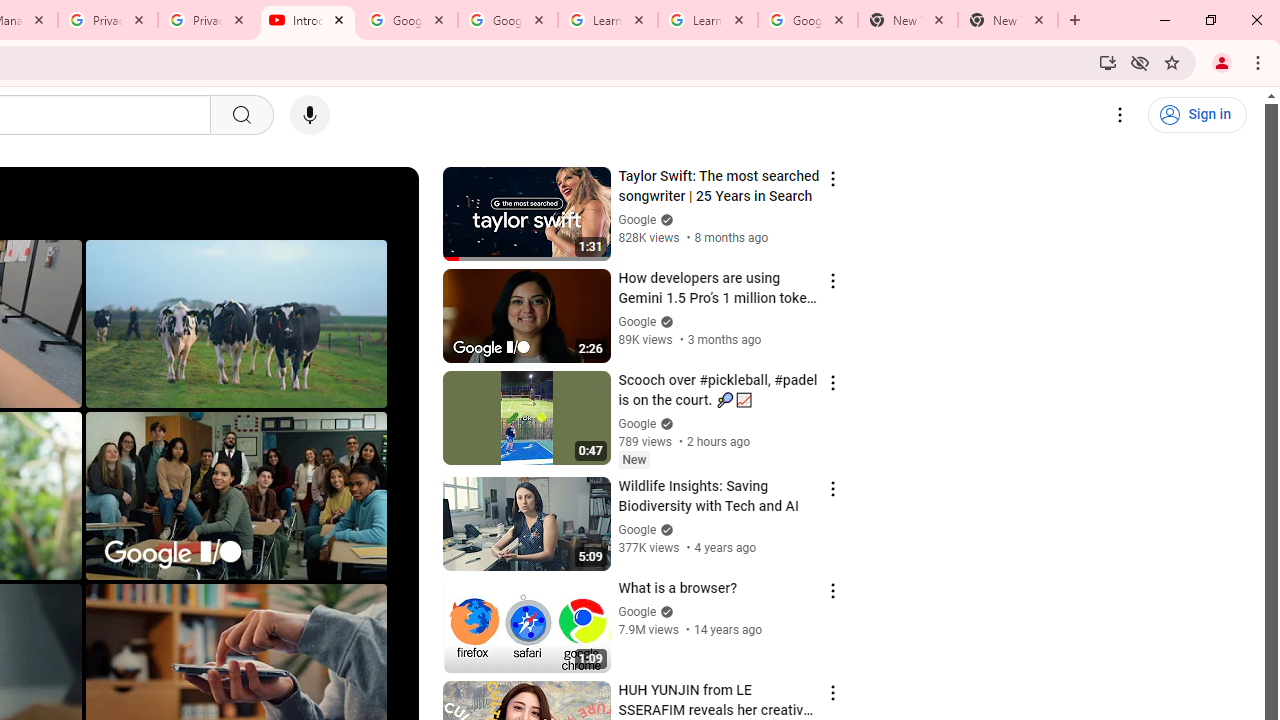 The image size is (1280, 720). What do you see at coordinates (1106, 61) in the screenshot?
I see `'Install YouTube'` at bounding box center [1106, 61].